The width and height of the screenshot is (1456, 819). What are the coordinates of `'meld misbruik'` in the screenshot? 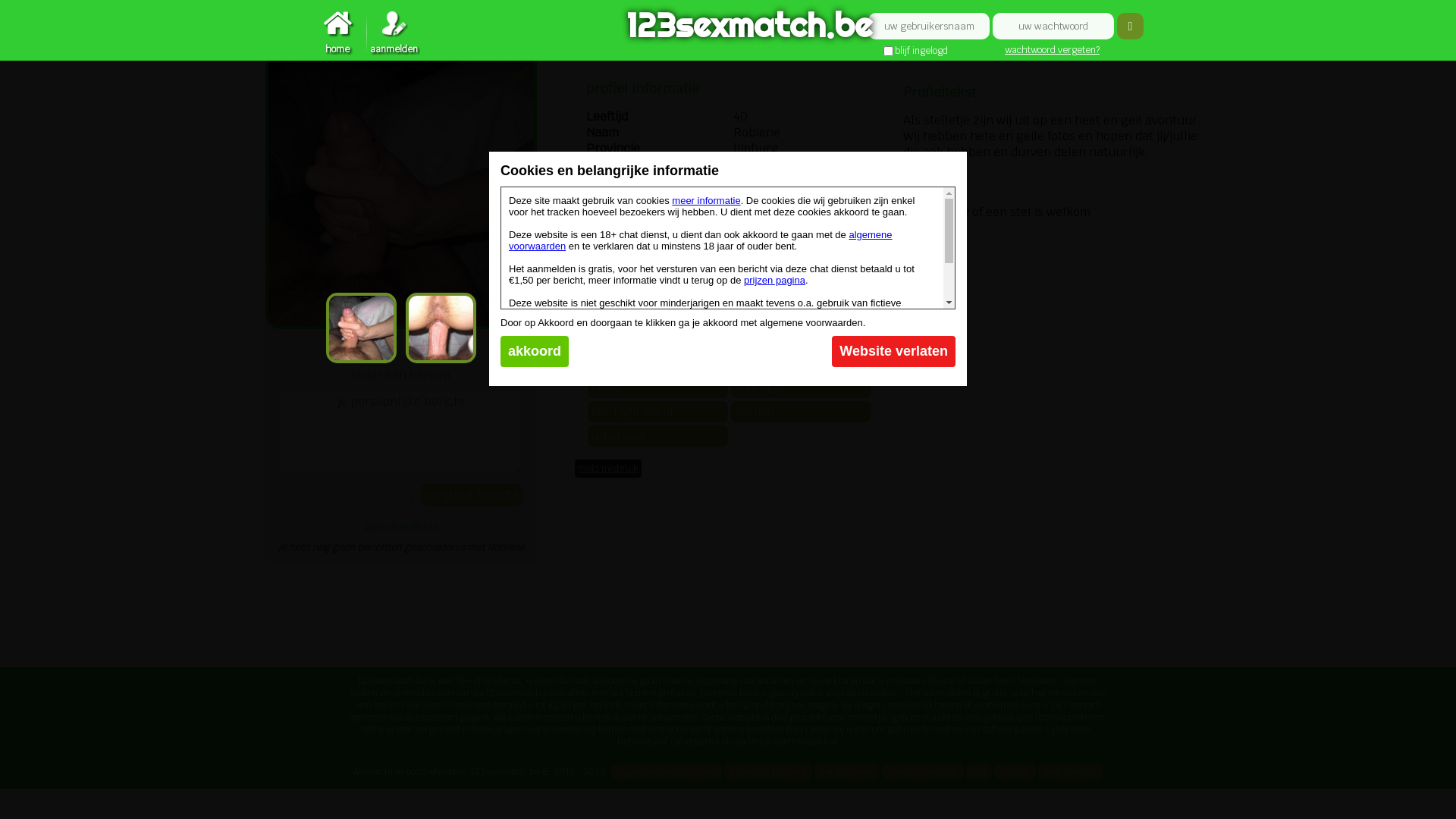 It's located at (607, 467).